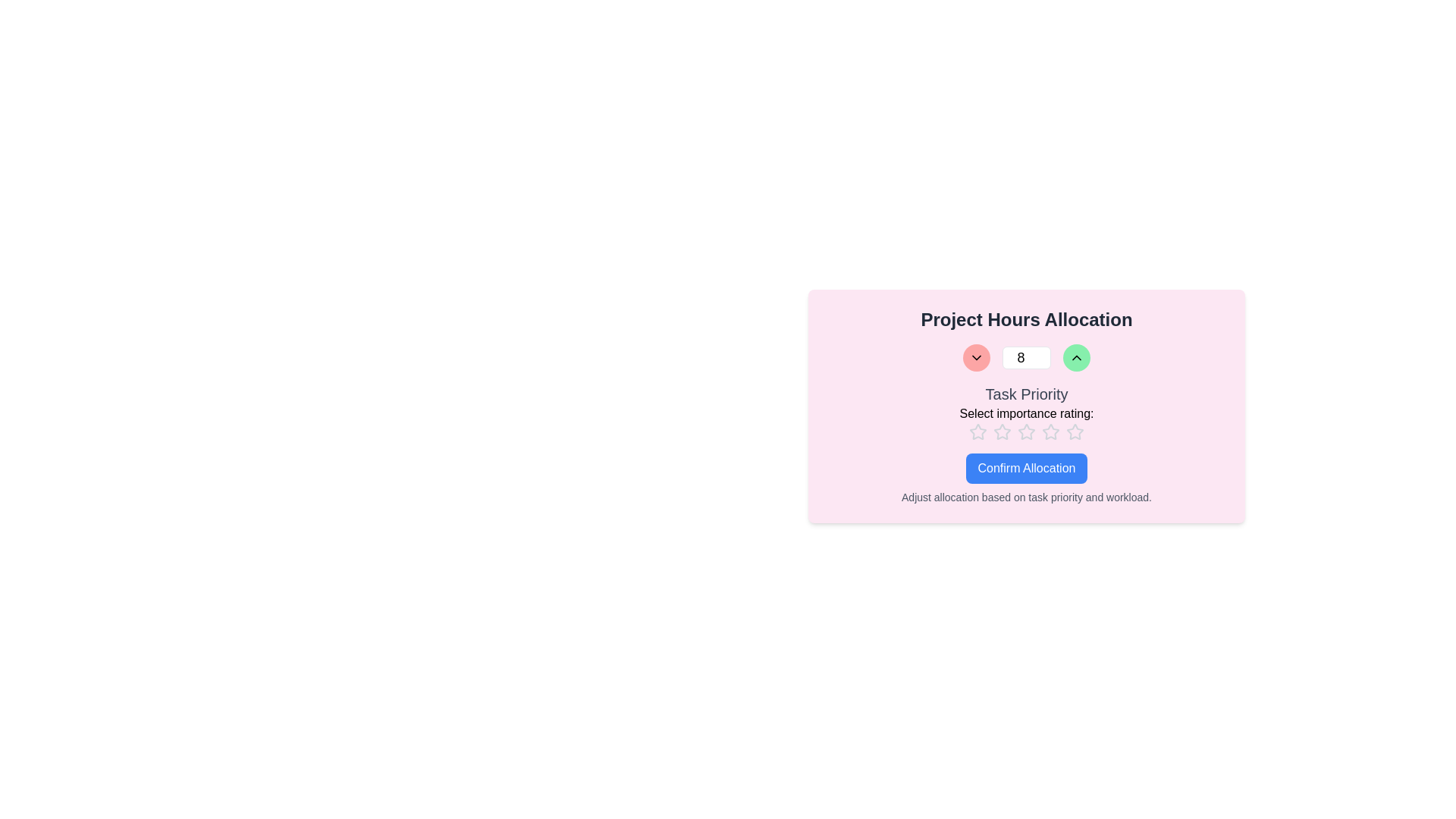  I want to click on the seventh star icon in the horizontal group of seven within the 'Select importance rating:' section, so click(1074, 432).